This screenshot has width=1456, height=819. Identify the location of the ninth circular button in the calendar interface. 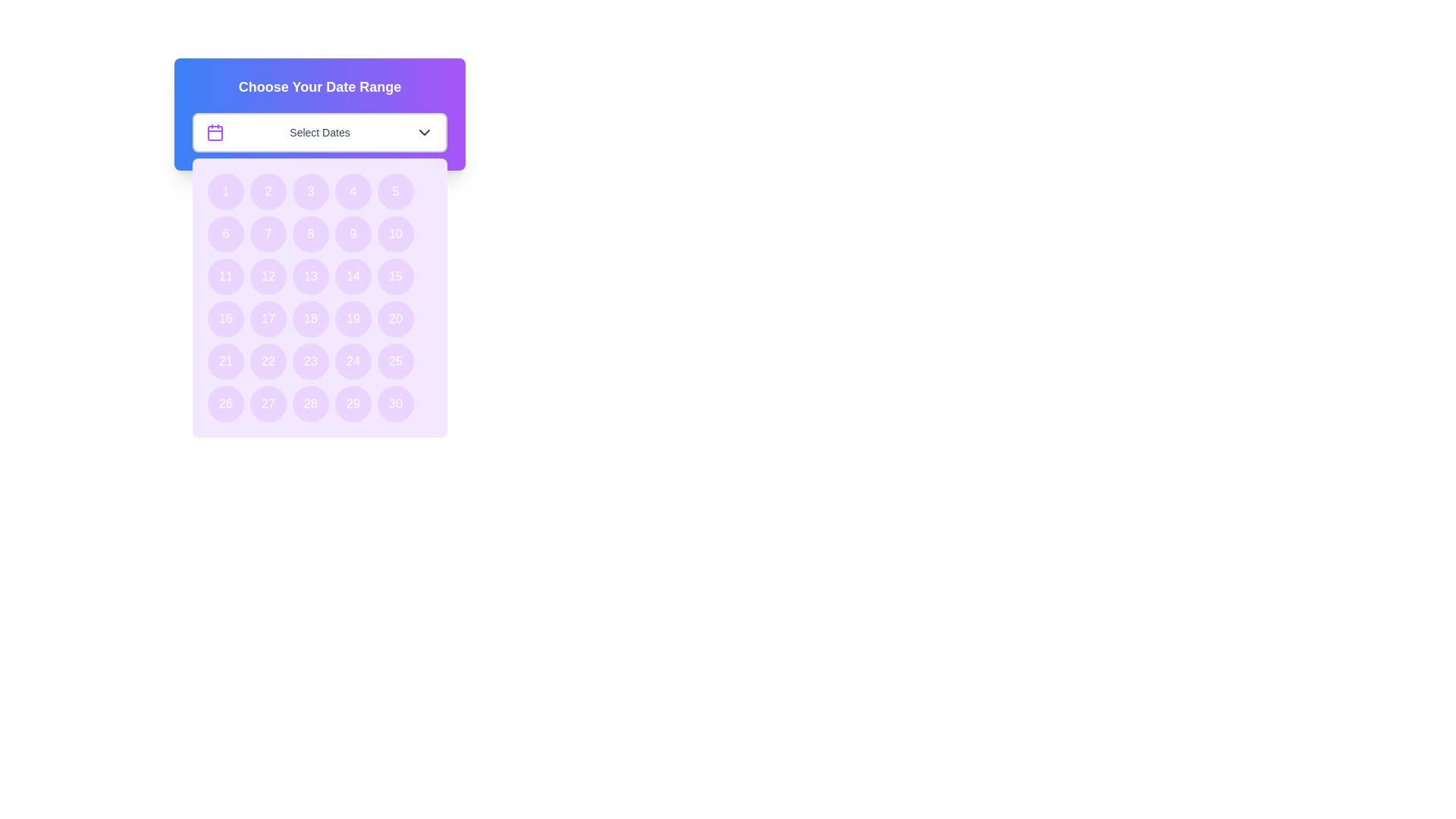
(352, 234).